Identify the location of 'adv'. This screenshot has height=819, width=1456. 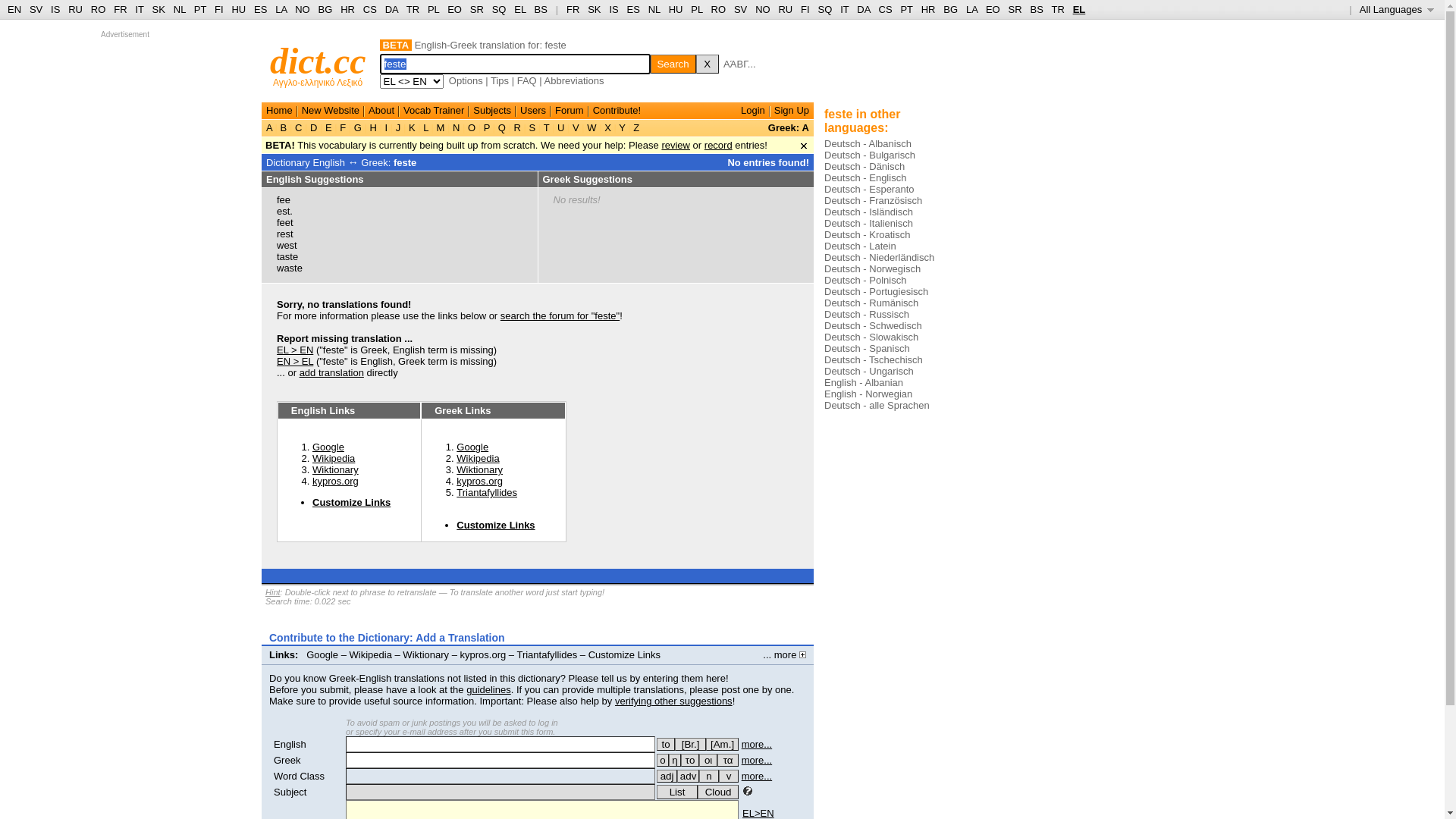
(687, 776).